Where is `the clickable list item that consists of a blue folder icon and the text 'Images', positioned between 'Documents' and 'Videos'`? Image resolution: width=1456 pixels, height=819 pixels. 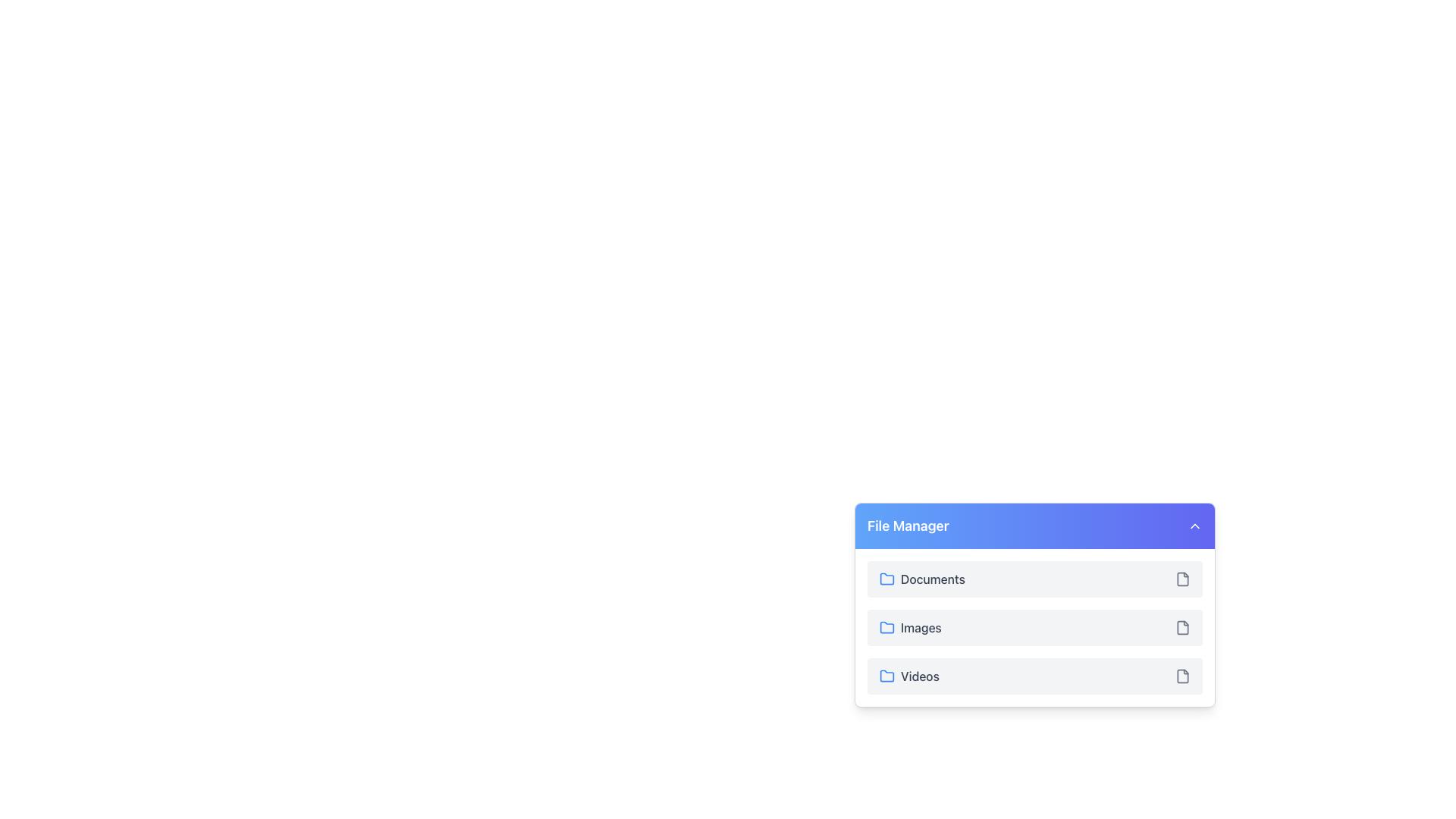 the clickable list item that consists of a blue folder icon and the text 'Images', positioned between 'Documents' and 'Videos' is located at coordinates (910, 628).